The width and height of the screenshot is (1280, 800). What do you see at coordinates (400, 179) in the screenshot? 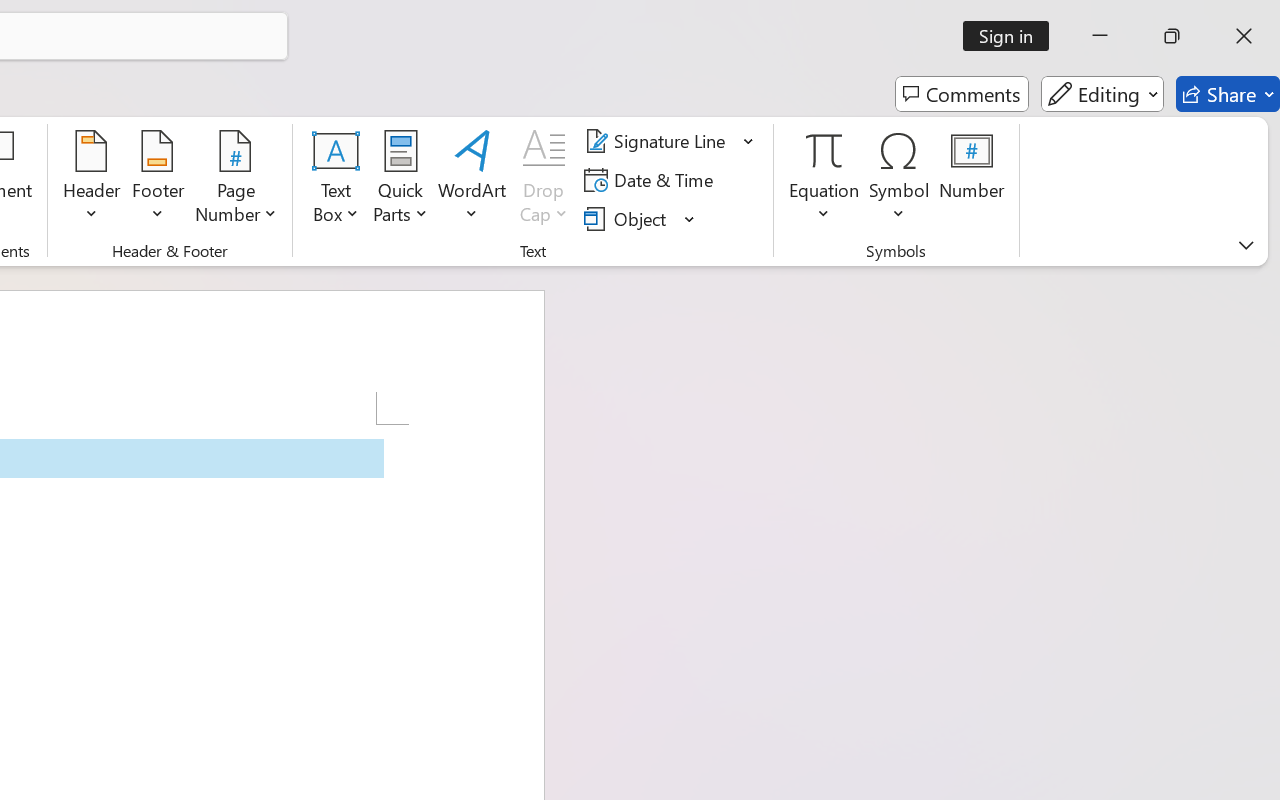
I see `'Quick Parts'` at bounding box center [400, 179].